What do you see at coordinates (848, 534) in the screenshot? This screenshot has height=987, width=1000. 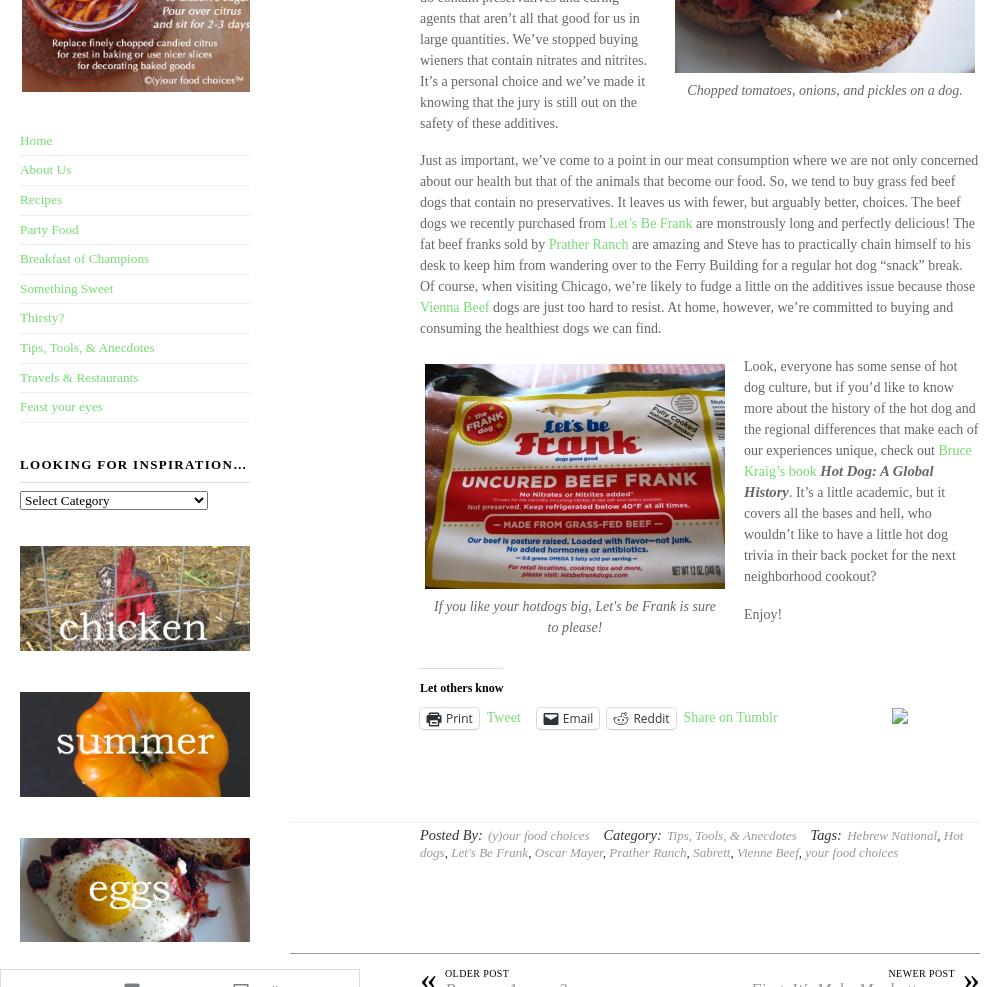 I see `'. It’s a little academic, but it covers all the bases and hell, who wouldn’t like to have a little hot dog trivia in their back pocket for the next neighborhood cookout?'` at bounding box center [848, 534].